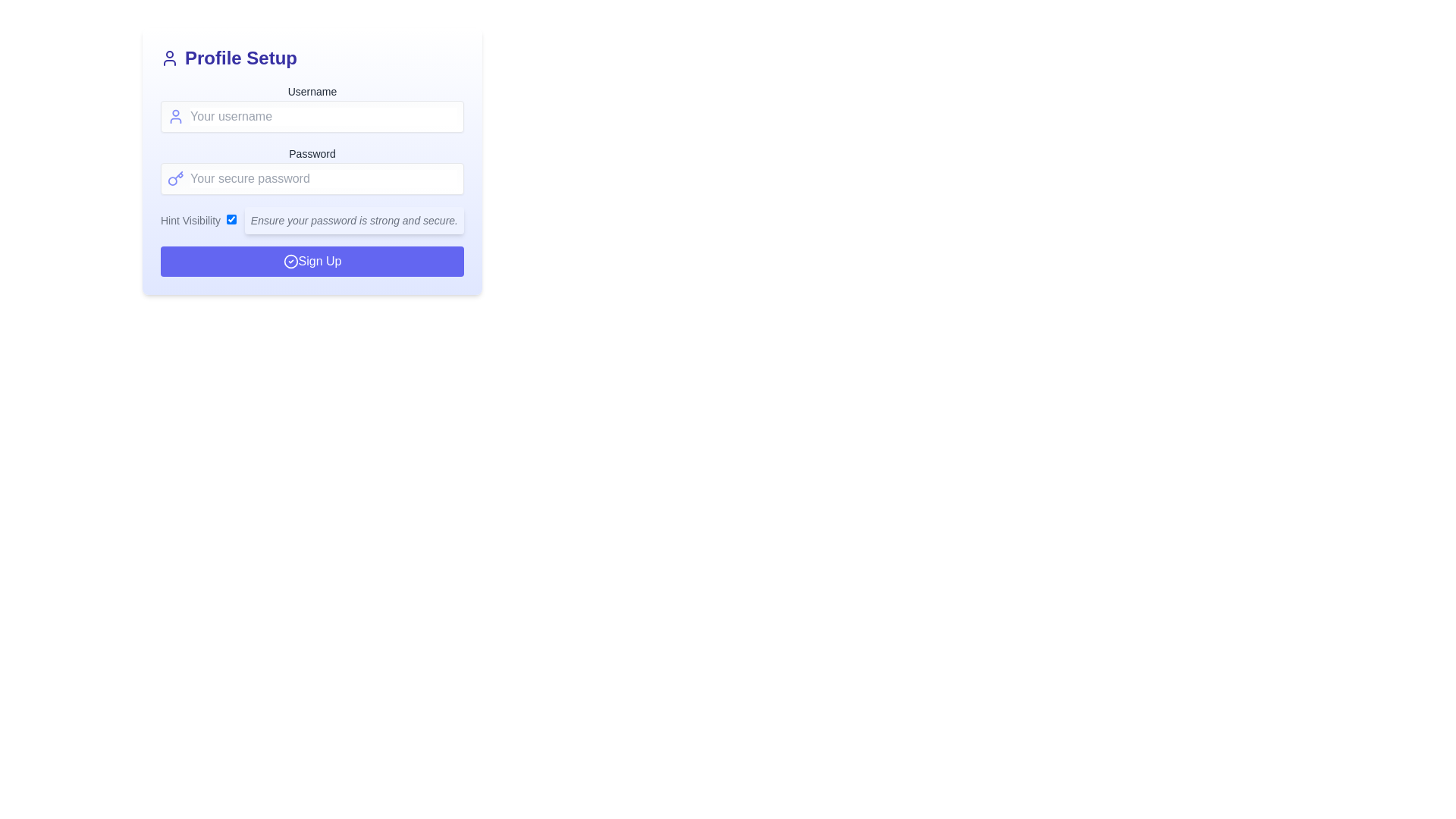 The image size is (1456, 819). What do you see at coordinates (176, 116) in the screenshot?
I see `the stylized user silhouette icon located at the far left of the 'Your username' input field in the top-left corner of the form card` at bounding box center [176, 116].